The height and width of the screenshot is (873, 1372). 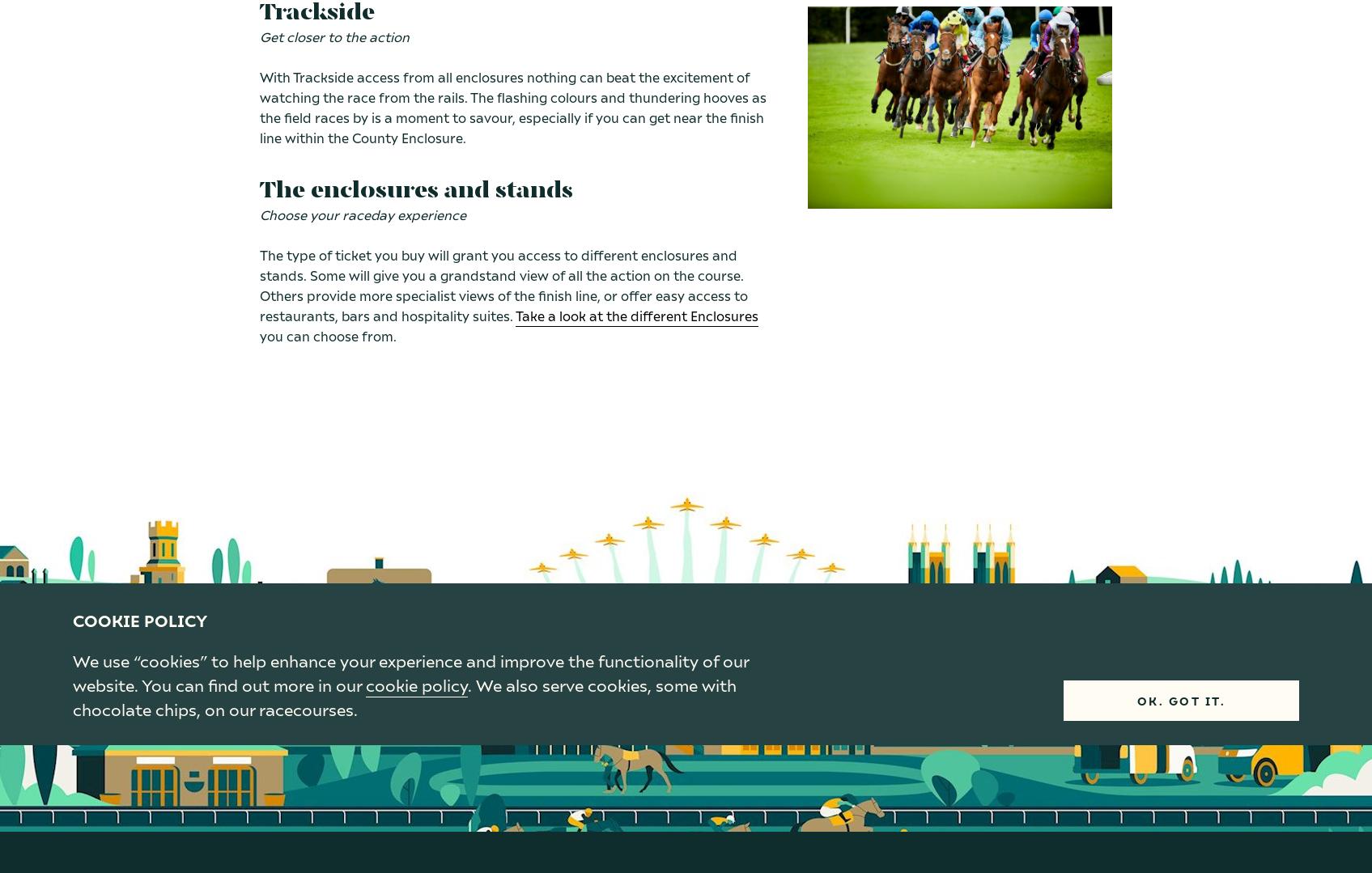 What do you see at coordinates (259, 334) in the screenshot?
I see `'you can choose from.'` at bounding box center [259, 334].